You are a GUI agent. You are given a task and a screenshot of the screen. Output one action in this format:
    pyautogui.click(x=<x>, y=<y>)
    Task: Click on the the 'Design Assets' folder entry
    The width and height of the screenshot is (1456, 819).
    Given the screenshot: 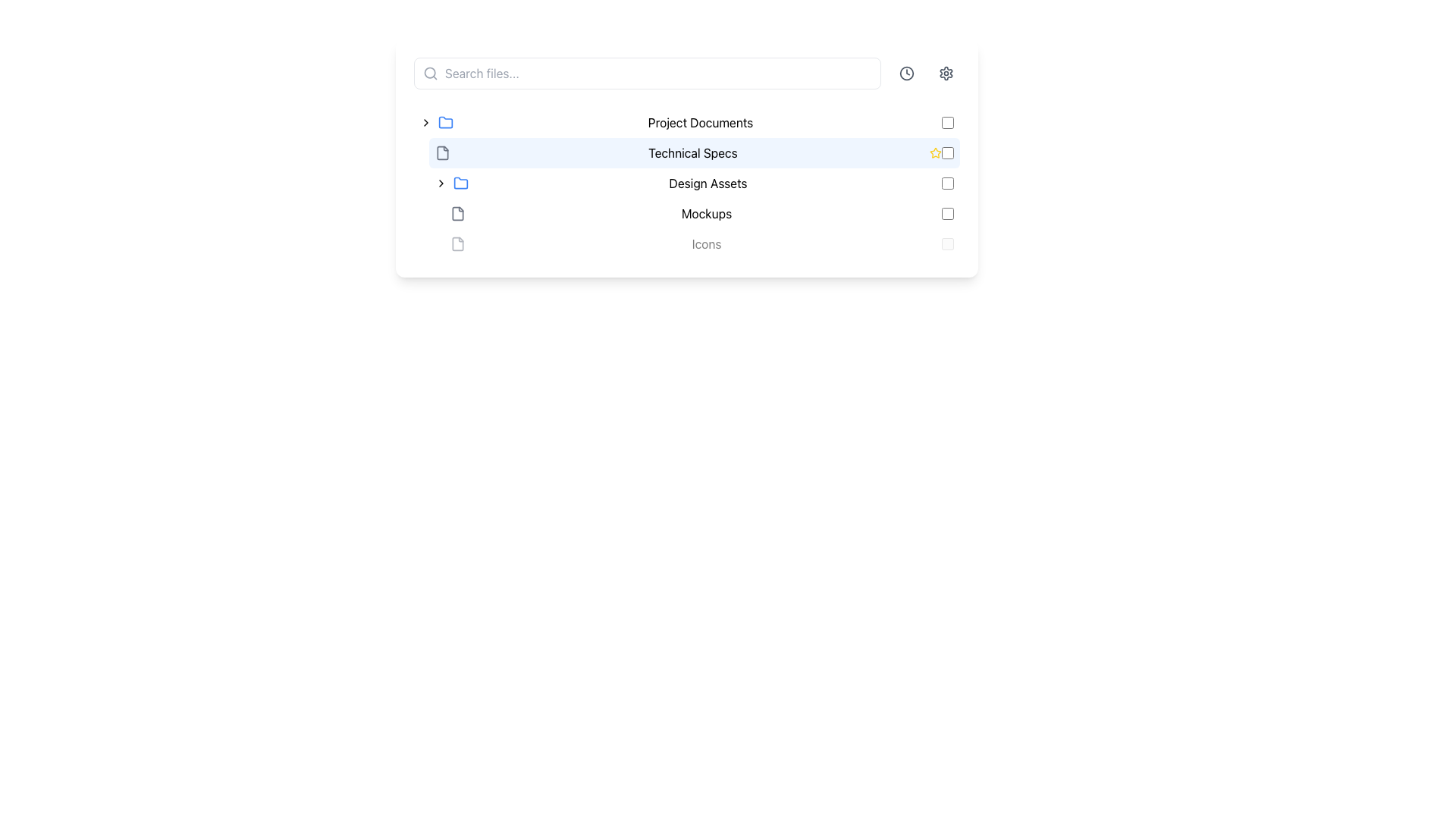 What is the action you would take?
    pyautogui.click(x=694, y=183)
    